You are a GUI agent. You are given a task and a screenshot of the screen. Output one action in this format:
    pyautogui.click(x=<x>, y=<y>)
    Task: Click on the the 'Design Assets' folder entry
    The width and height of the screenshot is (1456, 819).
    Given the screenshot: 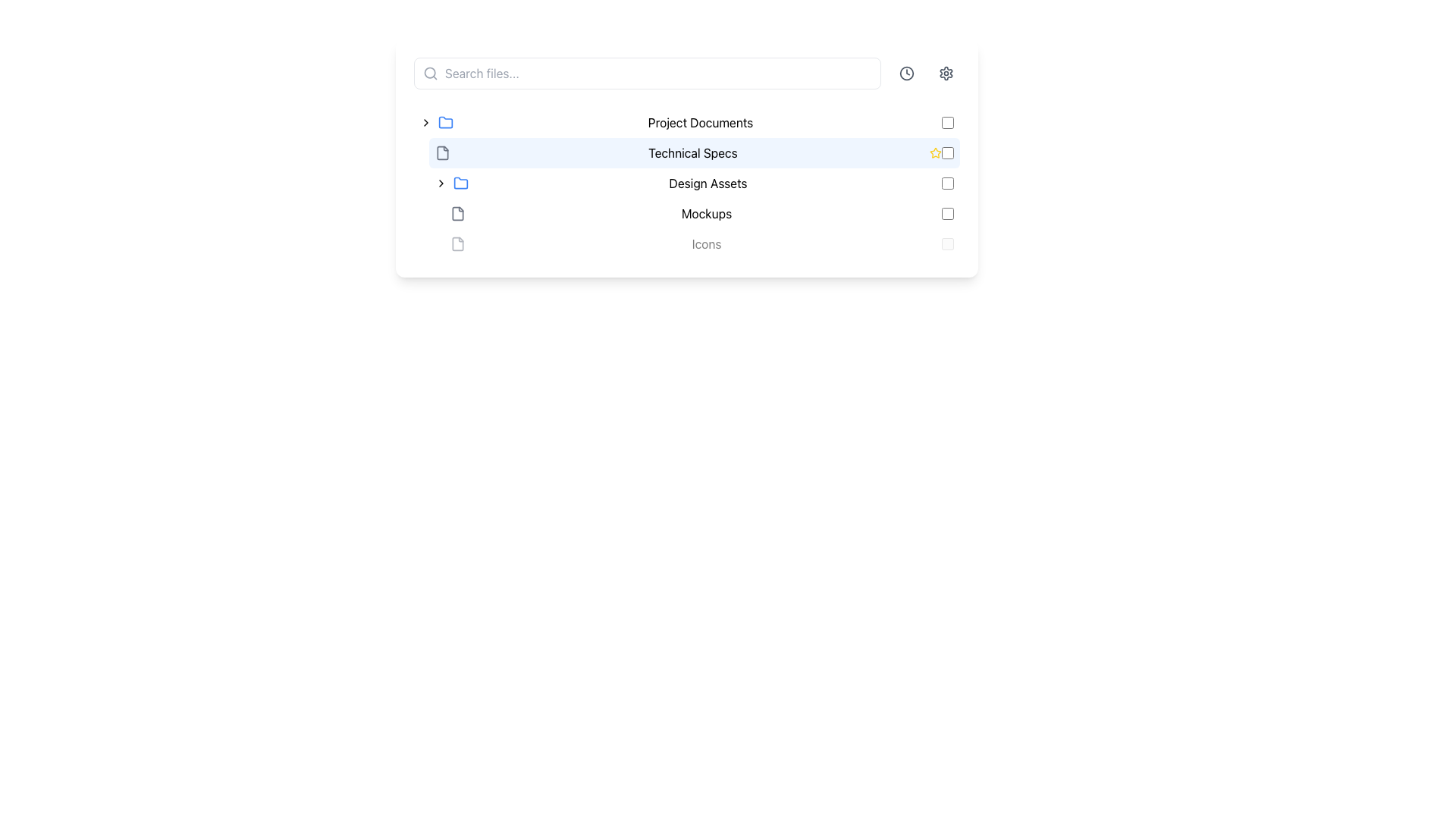 What is the action you would take?
    pyautogui.click(x=694, y=183)
    